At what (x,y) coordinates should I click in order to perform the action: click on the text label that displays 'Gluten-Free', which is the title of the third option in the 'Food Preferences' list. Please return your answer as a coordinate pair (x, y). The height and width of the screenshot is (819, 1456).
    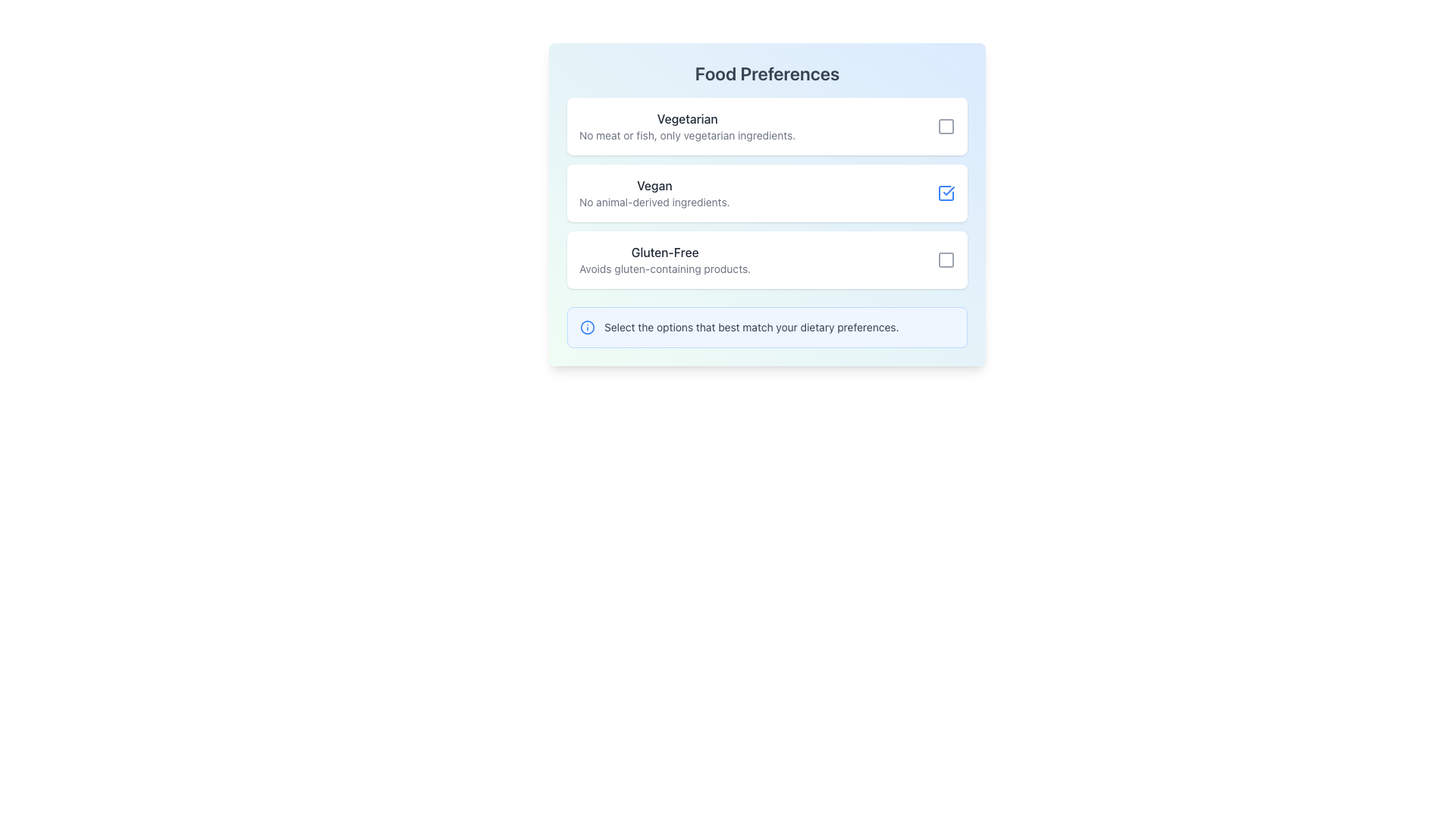
    Looking at the image, I should click on (665, 251).